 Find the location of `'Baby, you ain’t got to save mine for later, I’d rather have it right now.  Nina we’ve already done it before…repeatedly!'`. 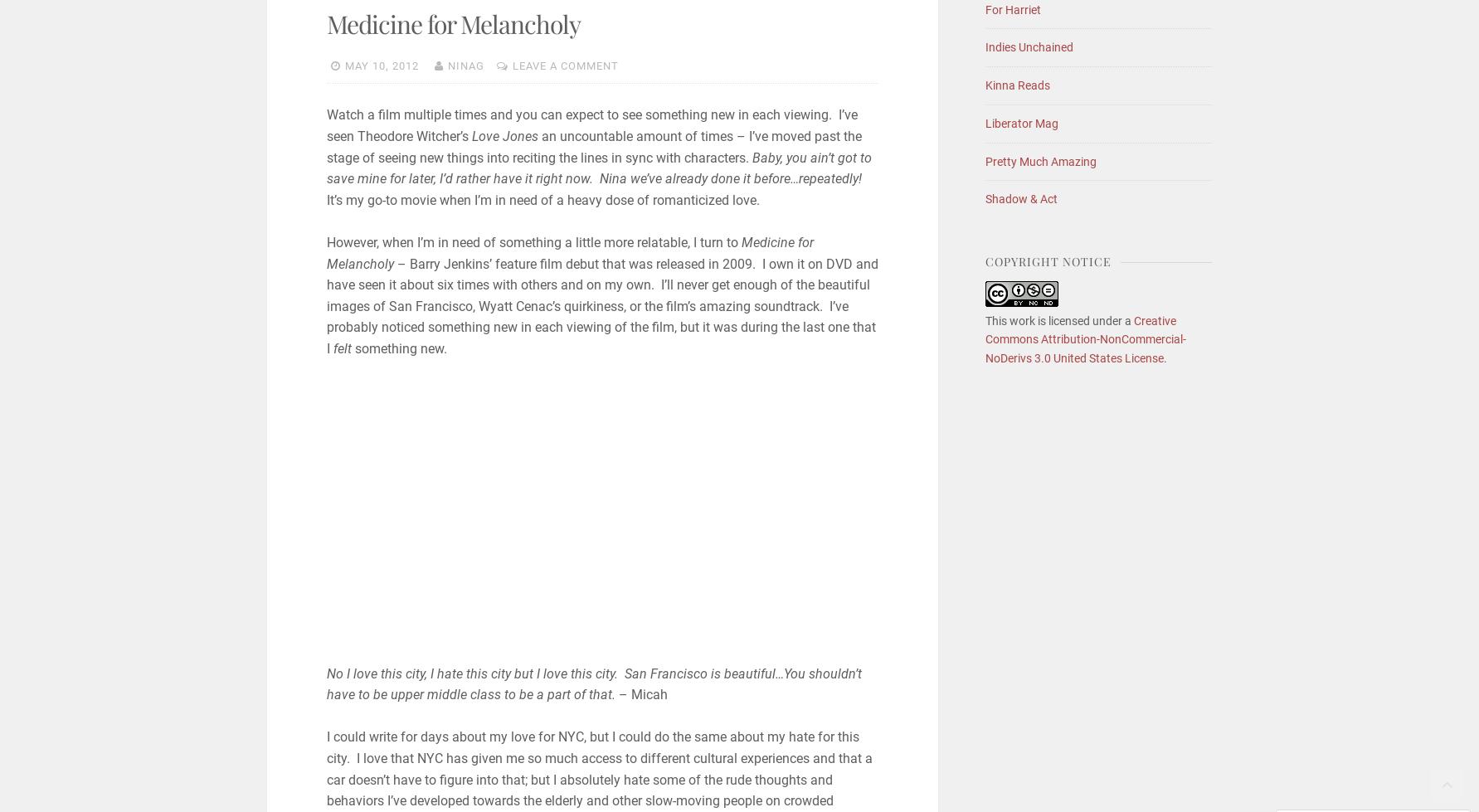

'Baby, you ain’t got to save mine for later, I’d rather have it right now.  Nina we’ve already done it before…repeatedly!' is located at coordinates (597, 168).